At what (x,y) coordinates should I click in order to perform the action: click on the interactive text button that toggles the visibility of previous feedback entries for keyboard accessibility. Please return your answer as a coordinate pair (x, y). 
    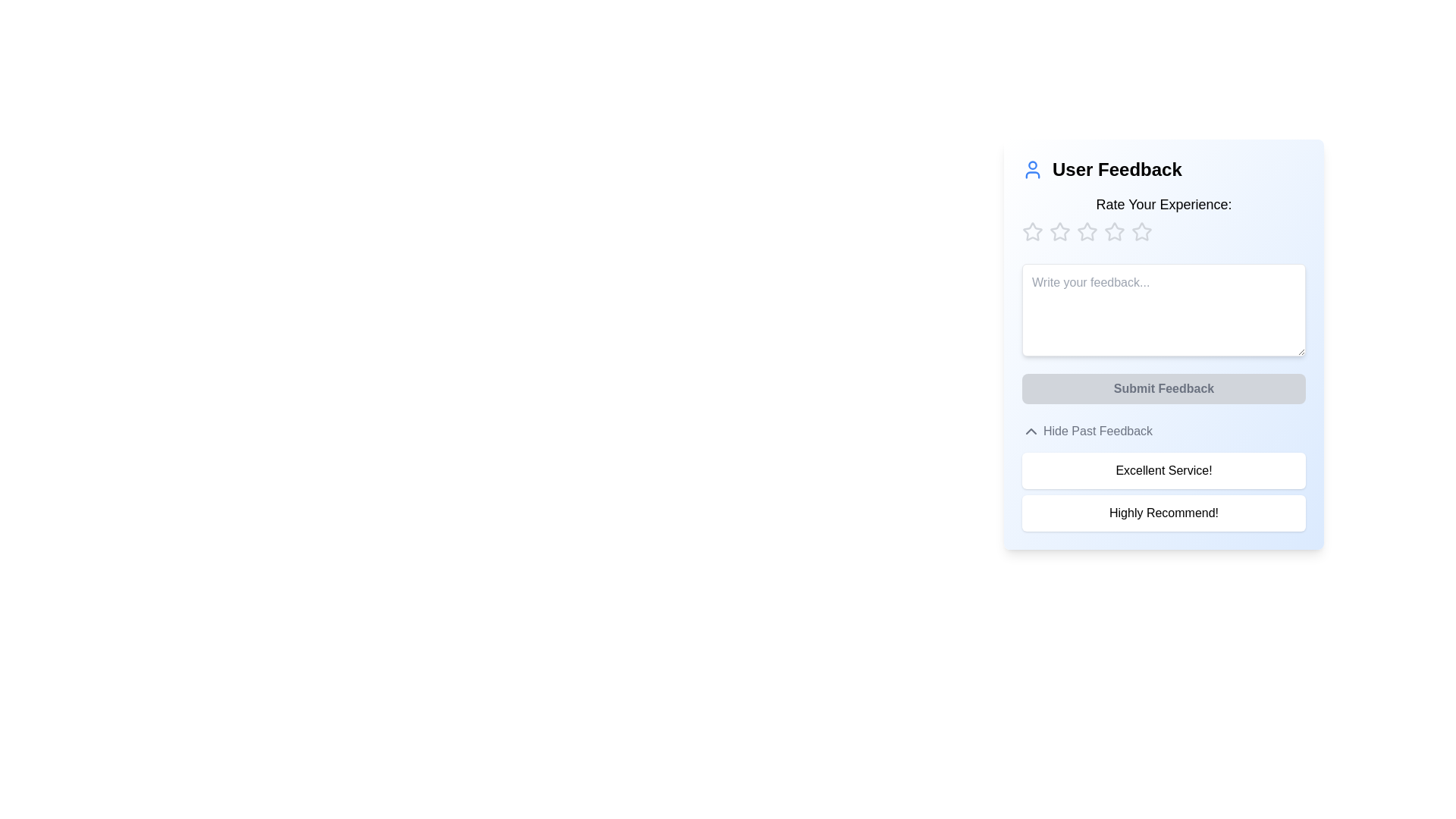
    Looking at the image, I should click on (1087, 431).